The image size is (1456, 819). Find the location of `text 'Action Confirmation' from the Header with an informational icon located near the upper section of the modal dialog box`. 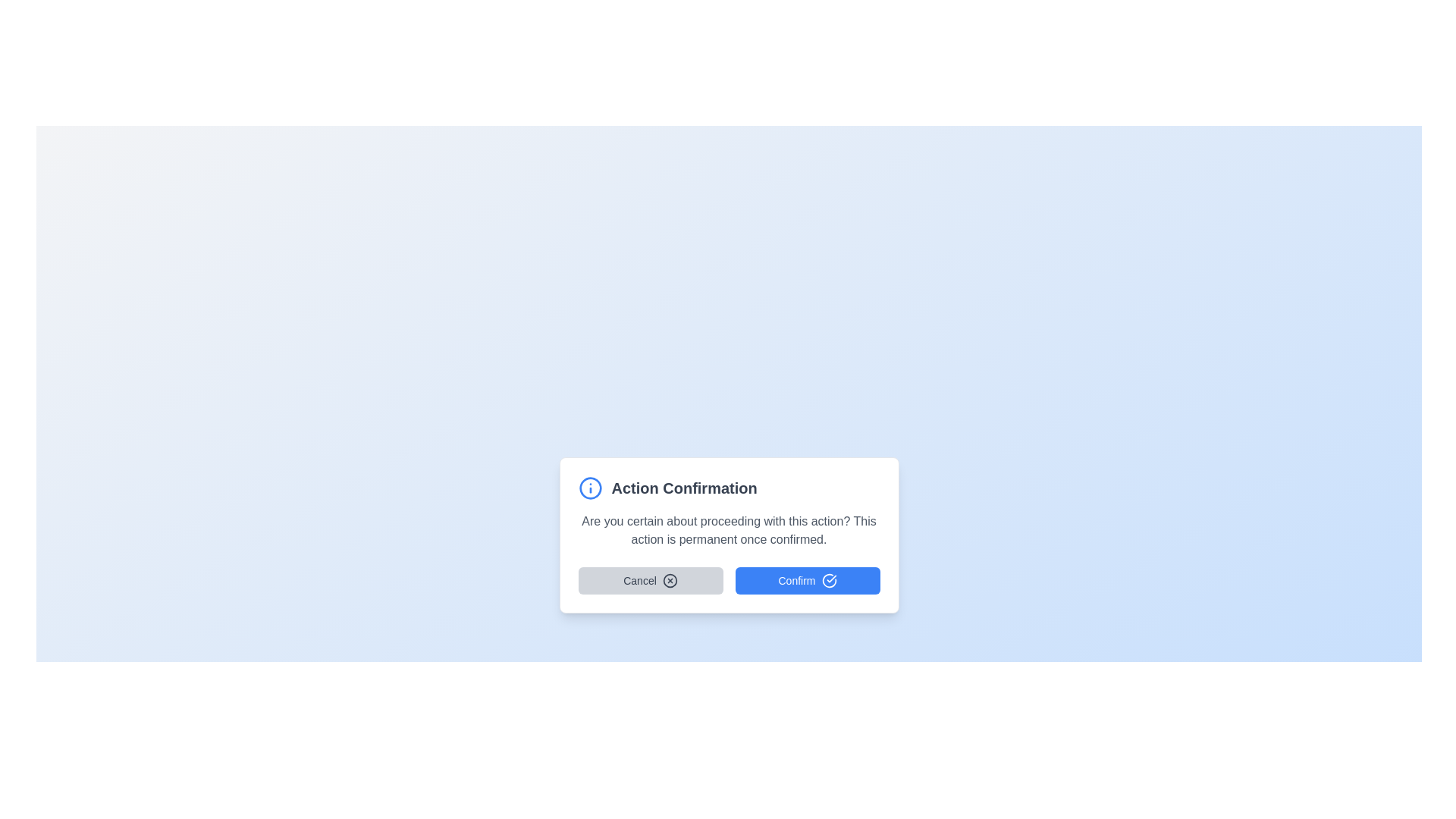

text 'Action Confirmation' from the Header with an informational icon located near the upper section of the modal dialog box is located at coordinates (729, 488).